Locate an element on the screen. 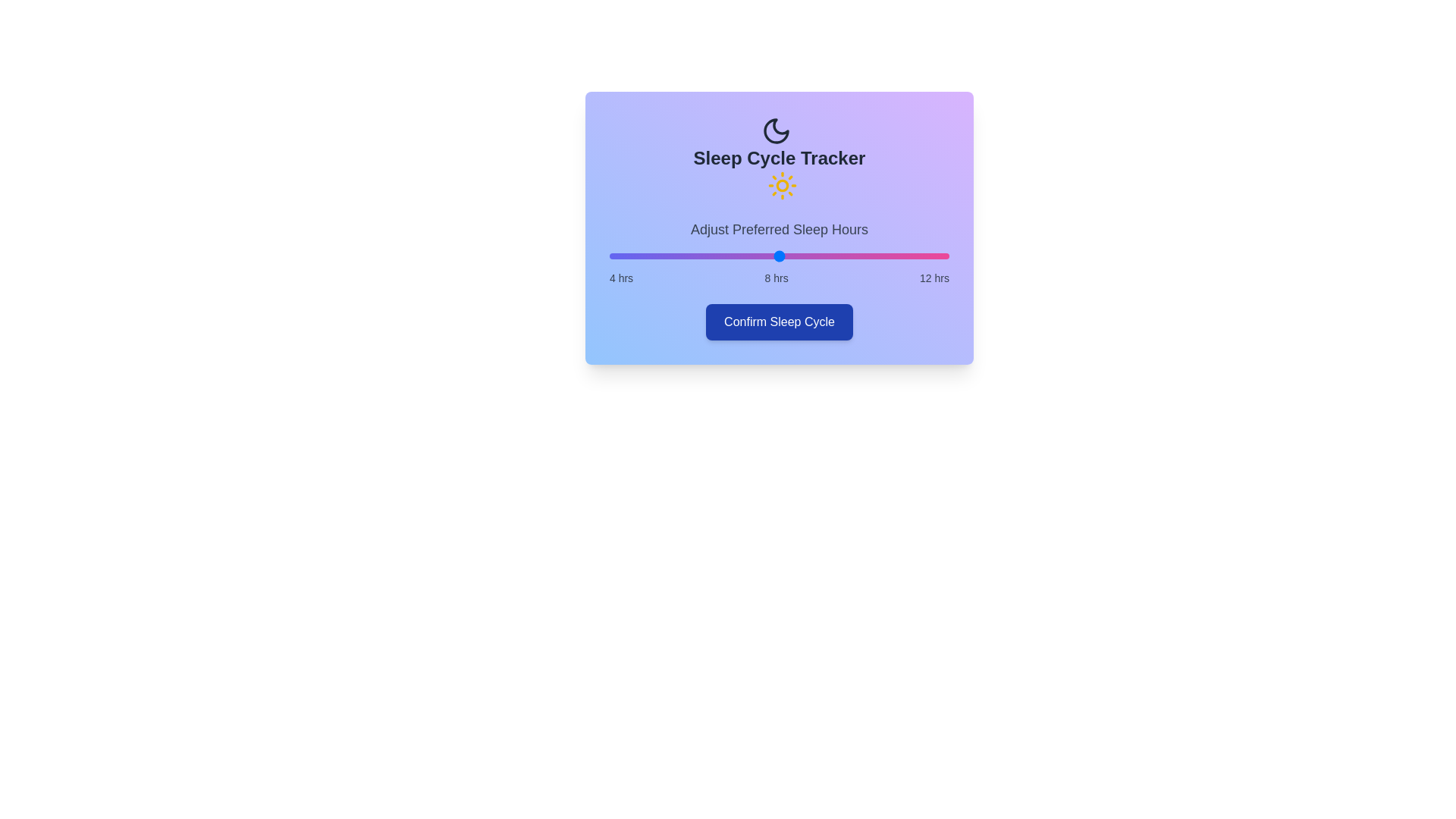  the sleep hours slider to 5 hours is located at coordinates (651, 256).